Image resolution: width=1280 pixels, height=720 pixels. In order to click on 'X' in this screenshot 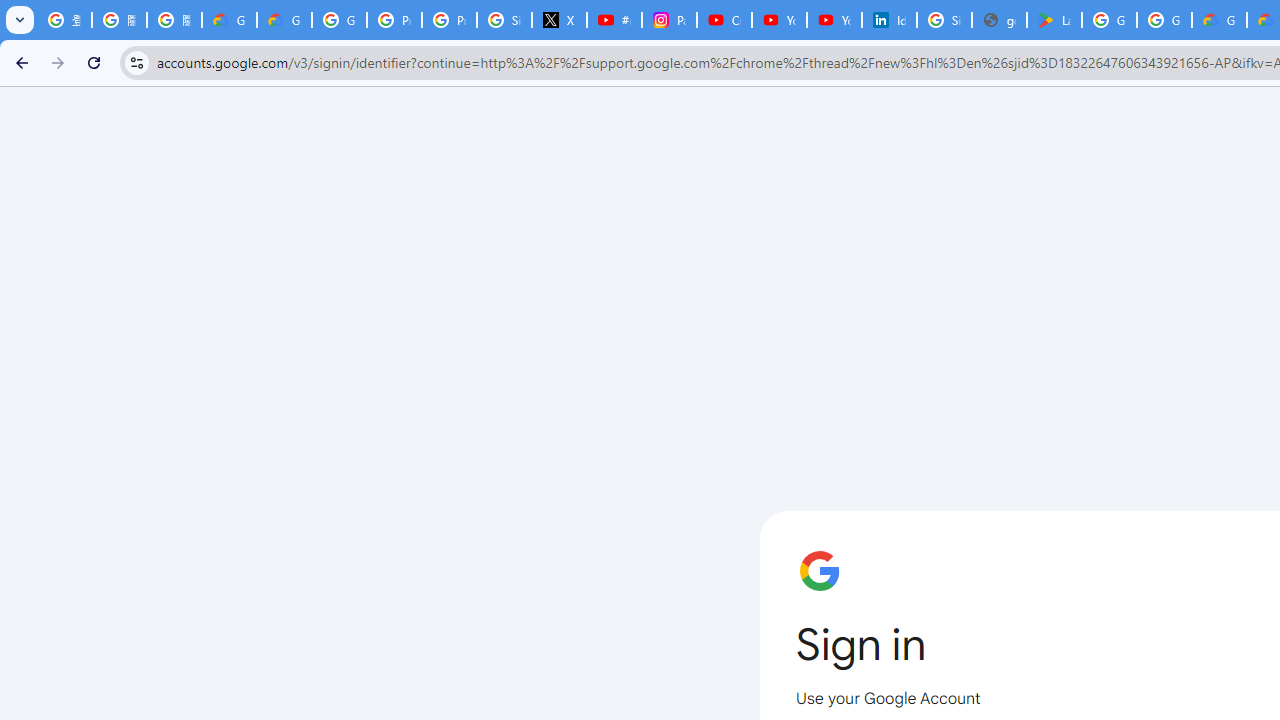, I will do `click(560, 20)`.